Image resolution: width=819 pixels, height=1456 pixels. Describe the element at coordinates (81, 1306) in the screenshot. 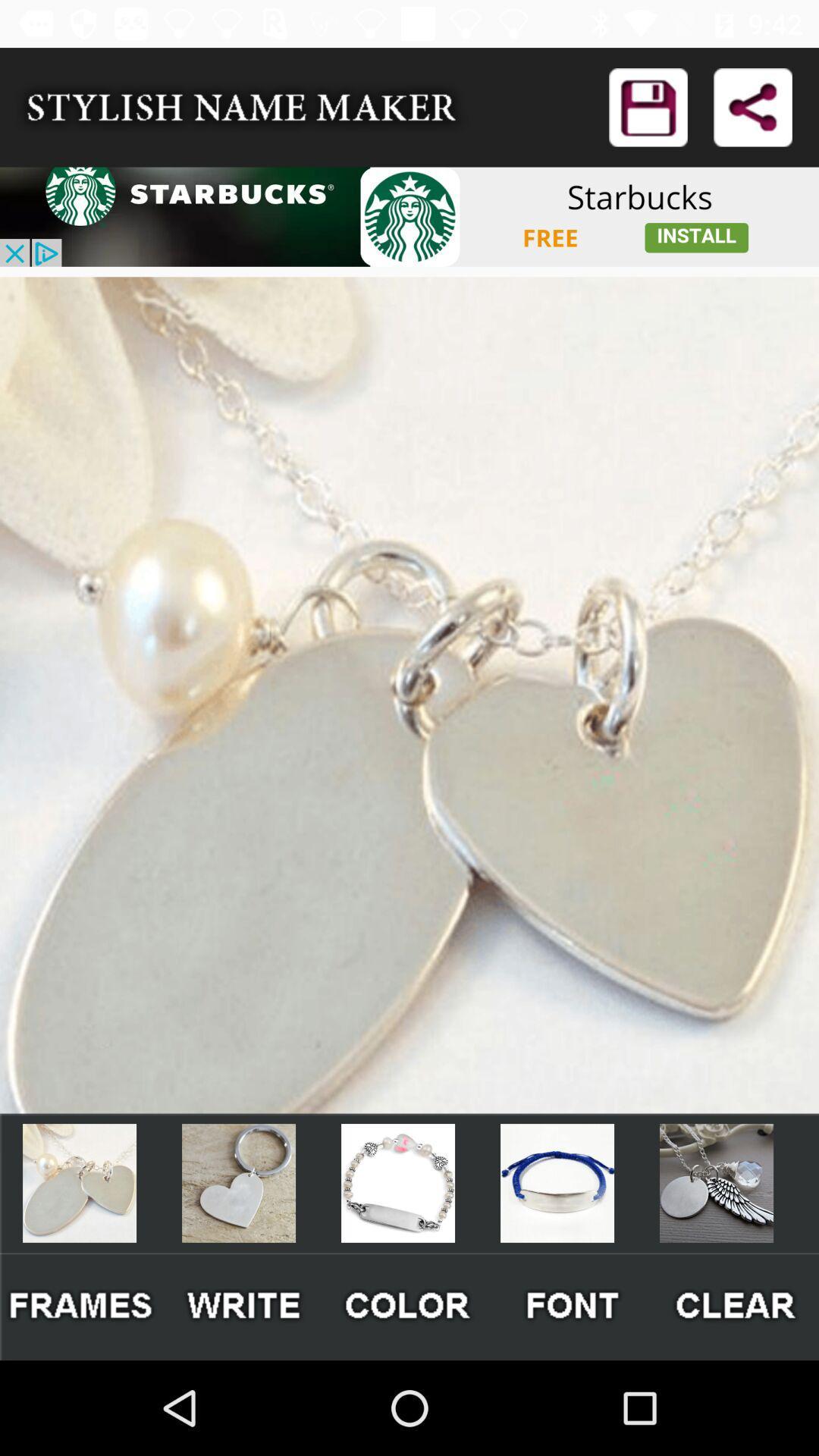

I see `frames` at that location.